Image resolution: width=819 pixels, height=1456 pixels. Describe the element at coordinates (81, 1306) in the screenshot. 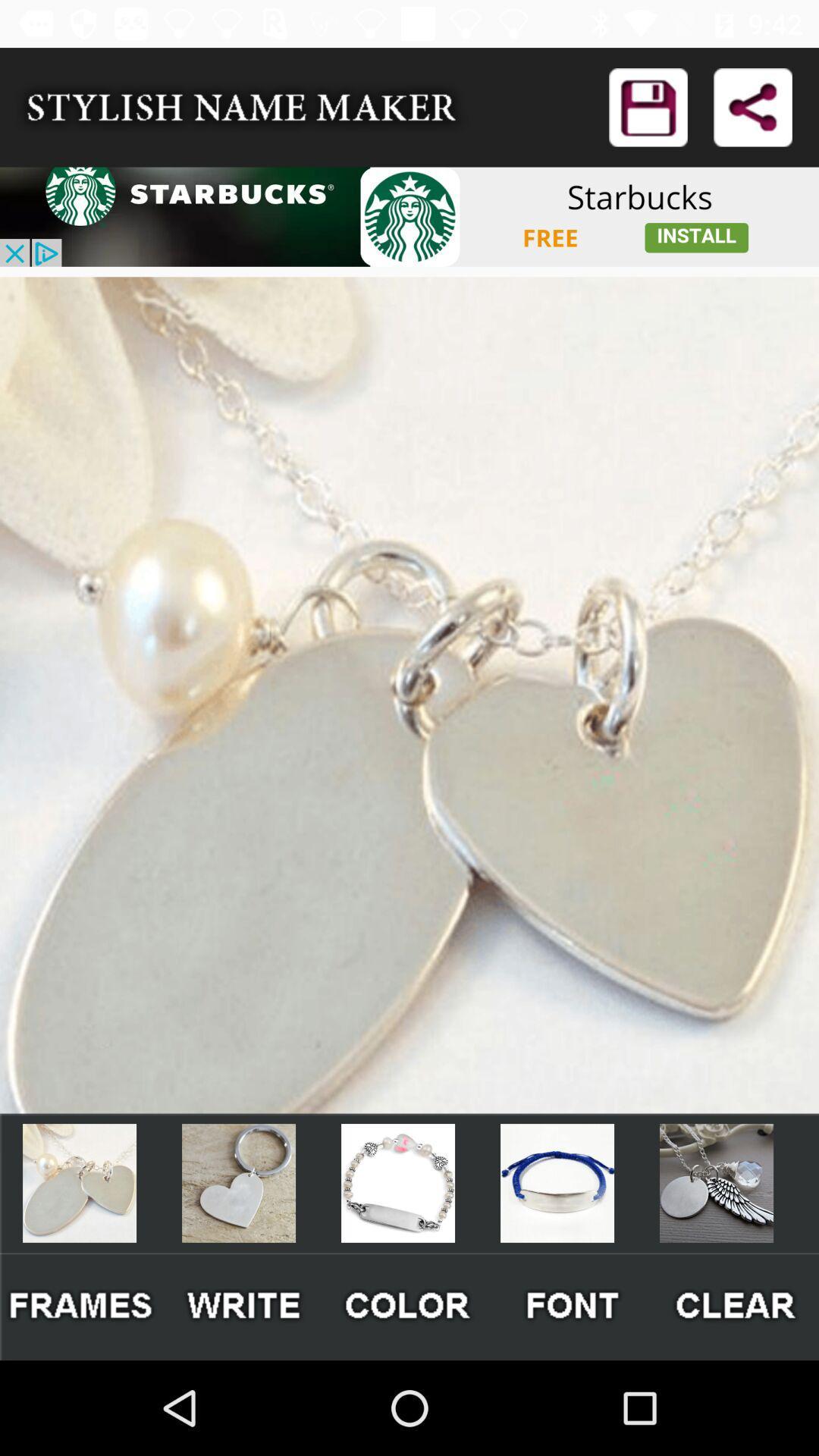

I see `frames` at that location.